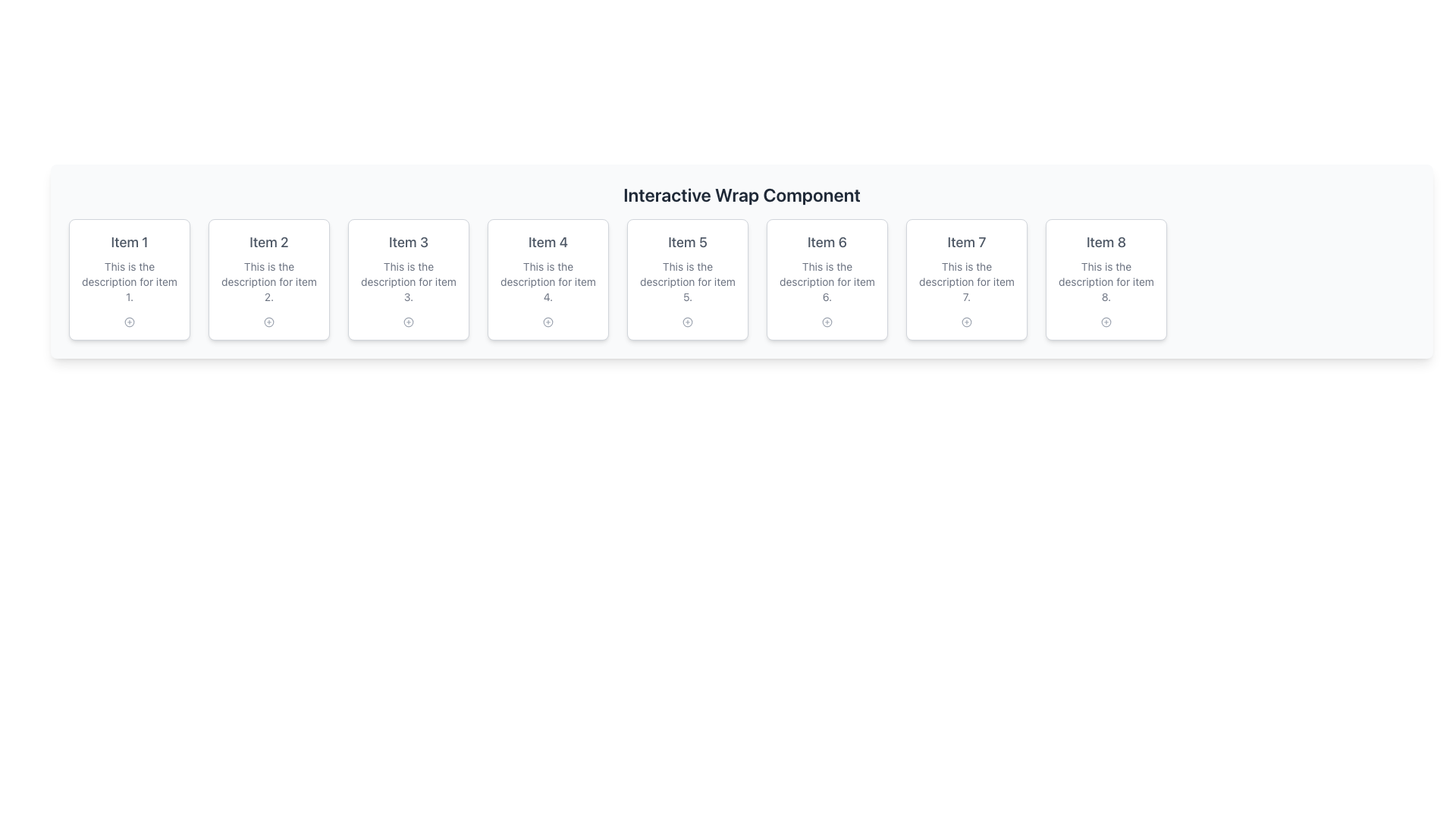 The height and width of the screenshot is (819, 1456). Describe the element at coordinates (408, 281) in the screenshot. I see `descriptive text block located below the title text of the card titled 'Item 3', which is the third card in a series of eight horizontally aligned cards` at that location.